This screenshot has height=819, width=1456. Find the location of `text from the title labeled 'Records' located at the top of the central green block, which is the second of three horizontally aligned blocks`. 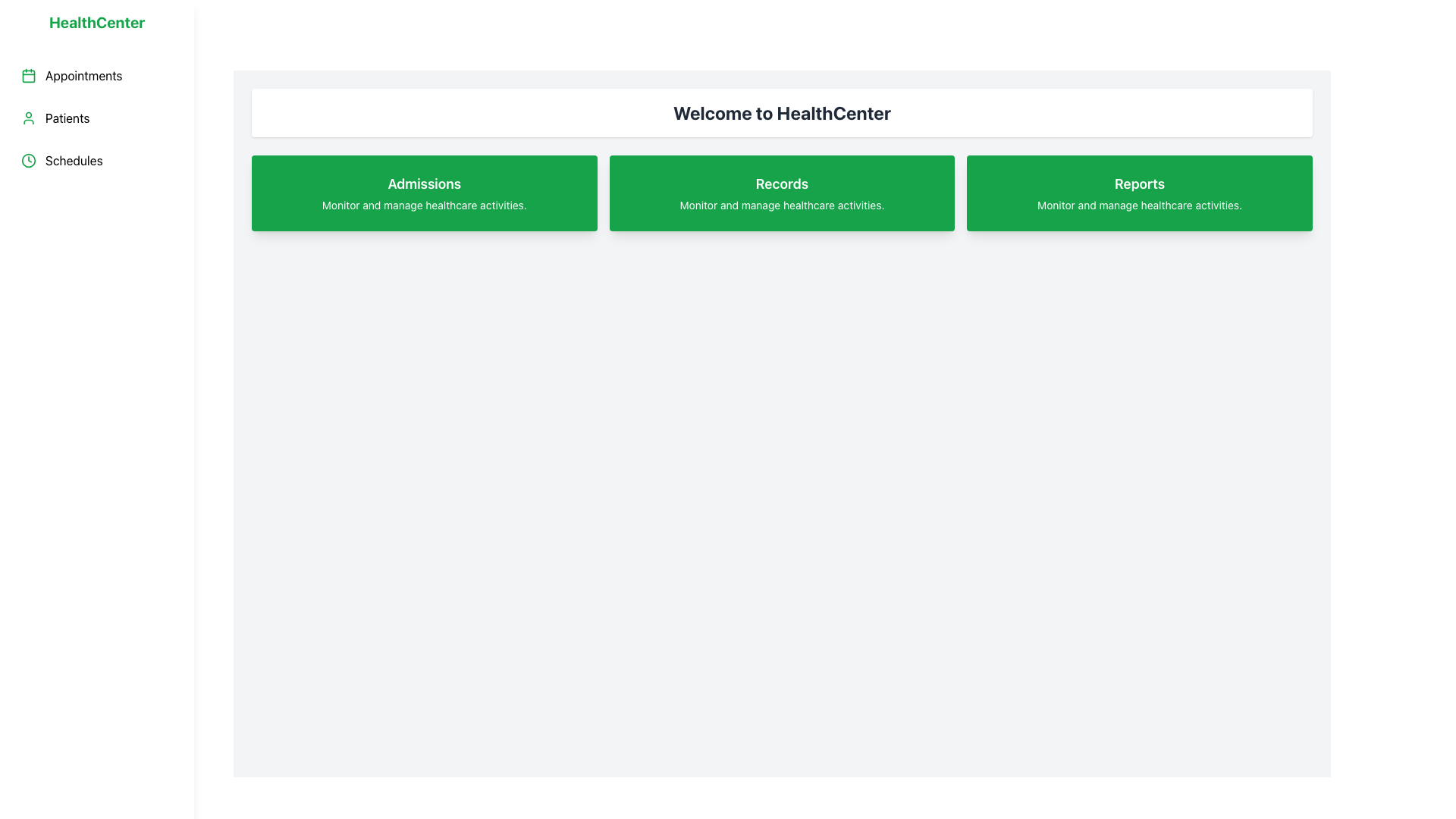

text from the title labeled 'Records' located at the top of the central green block, which is the second of three horizontally aligned blocks is located at coordinates (782, 184).